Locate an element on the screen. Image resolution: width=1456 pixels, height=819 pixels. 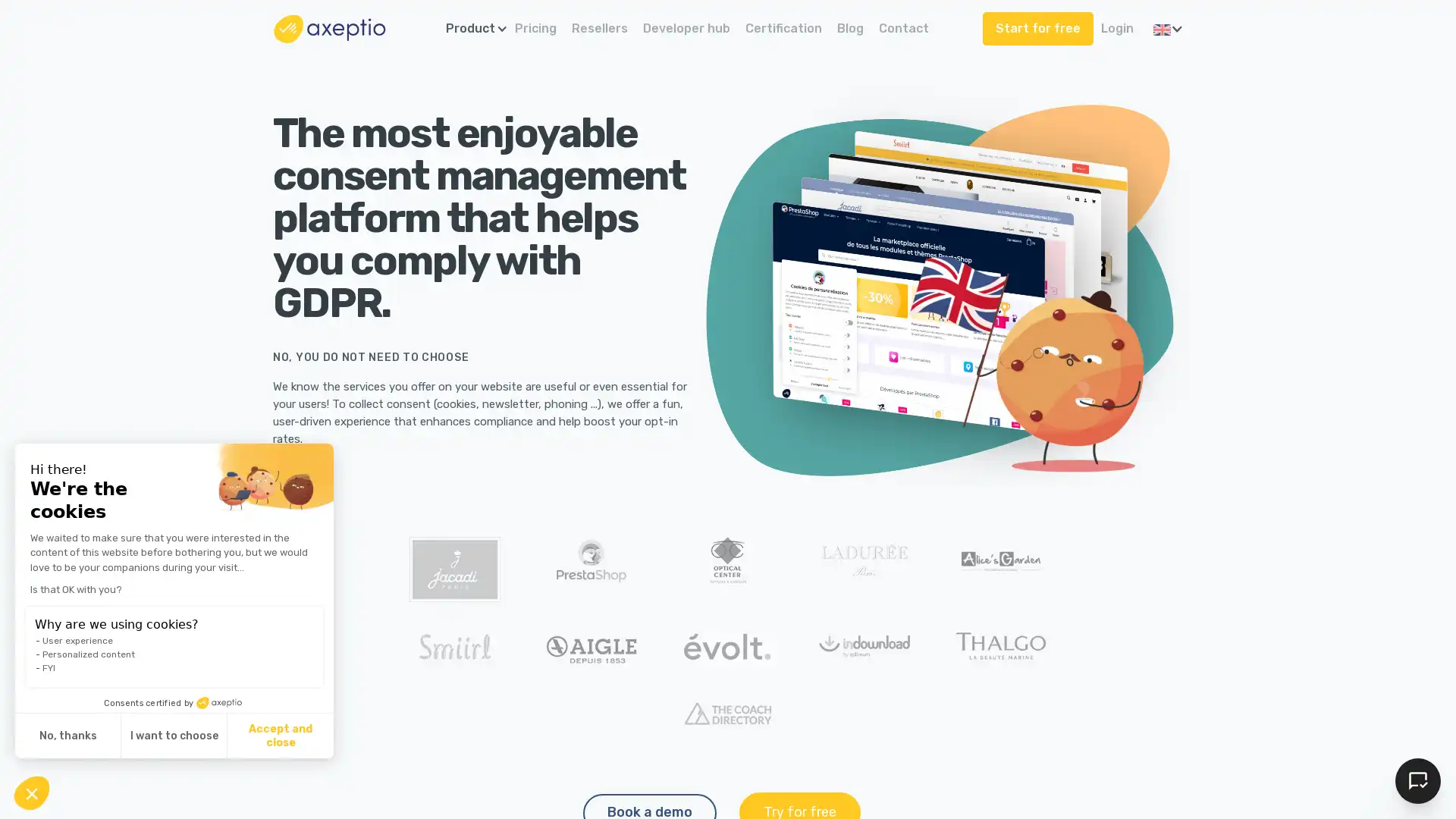
Accept Cookies is located at coordinates (1417, 780).